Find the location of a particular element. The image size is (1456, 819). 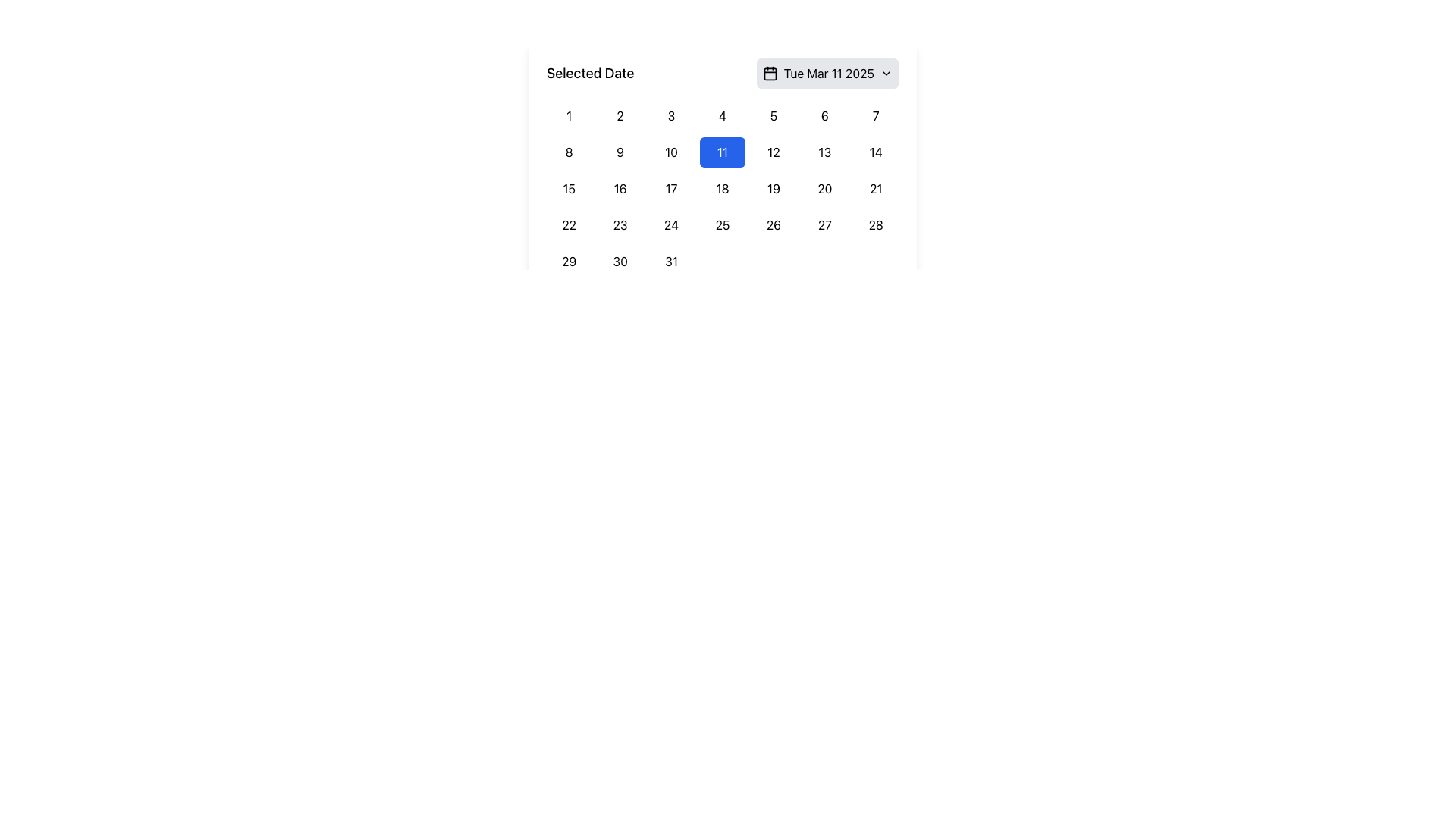

the button representing the number '18' in the third row and fourth column of the grid to trigger visual feedback is located at coordinates (721, 188).